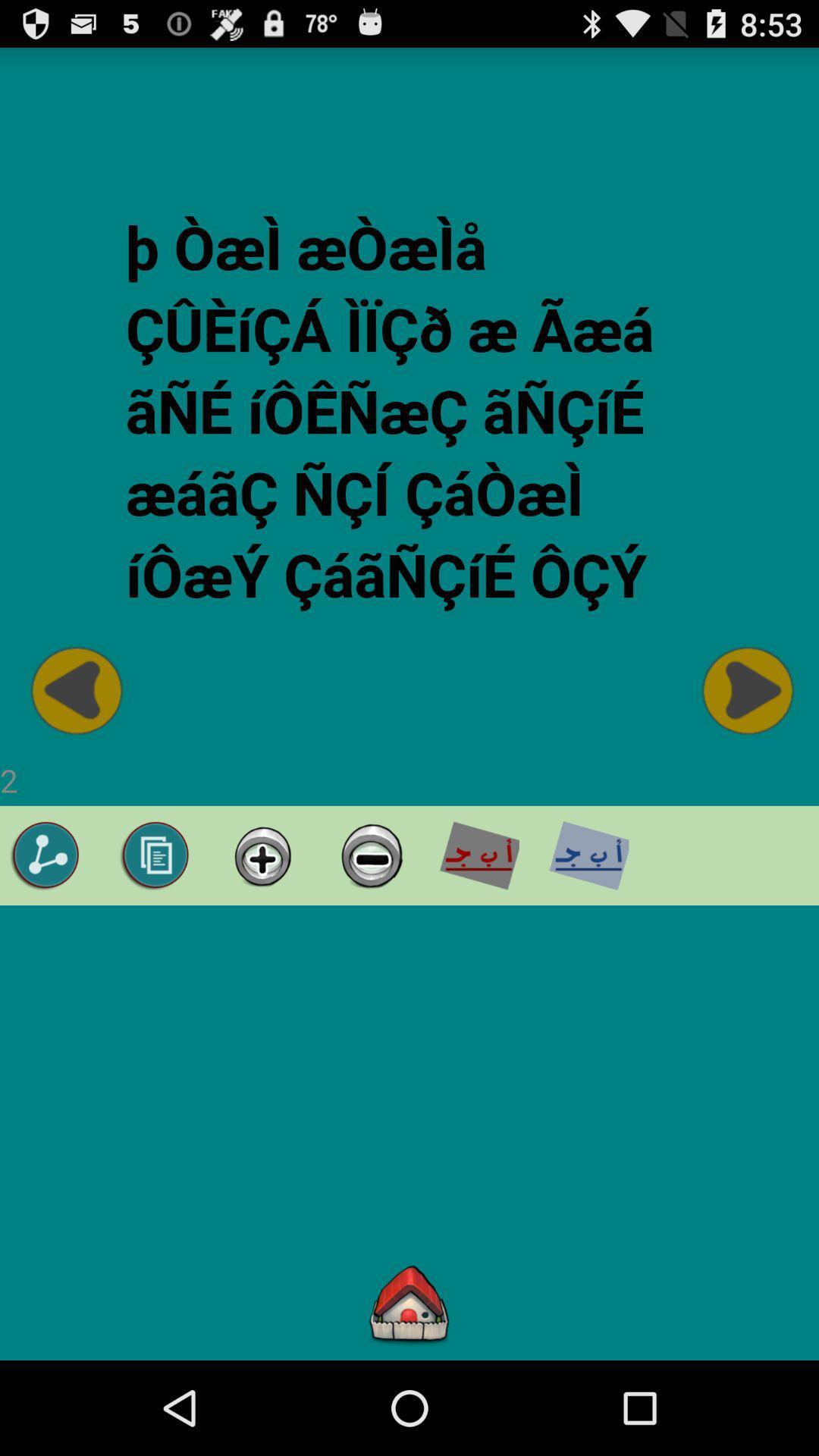 This screenshot has width=819, height=1456. I want to click on the add icon, so click(262, 915).